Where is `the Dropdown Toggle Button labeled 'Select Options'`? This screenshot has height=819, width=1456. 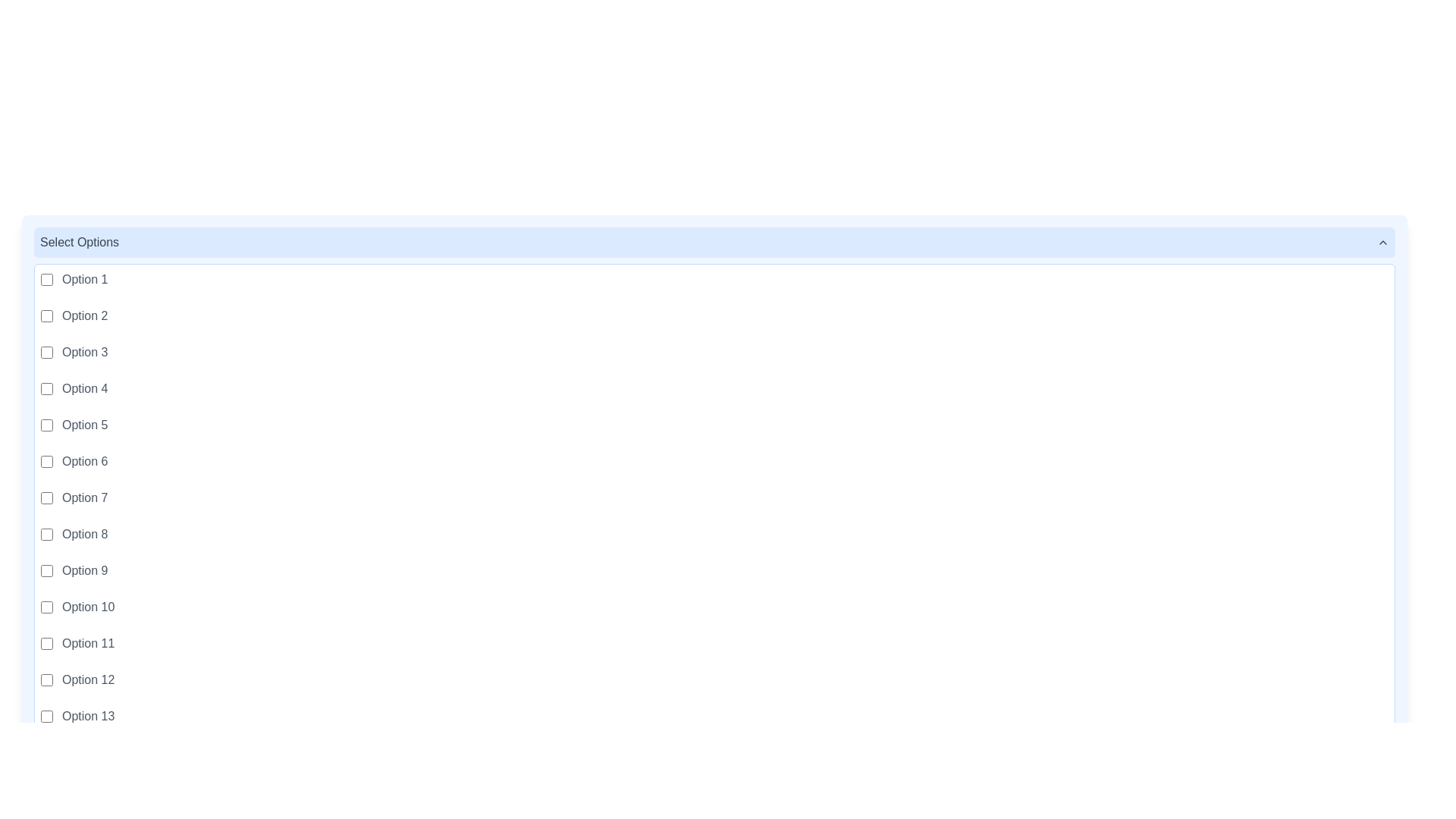 the Dropdown Toggle Button labeled 'Select Options' is located at coordinates (714, 242).